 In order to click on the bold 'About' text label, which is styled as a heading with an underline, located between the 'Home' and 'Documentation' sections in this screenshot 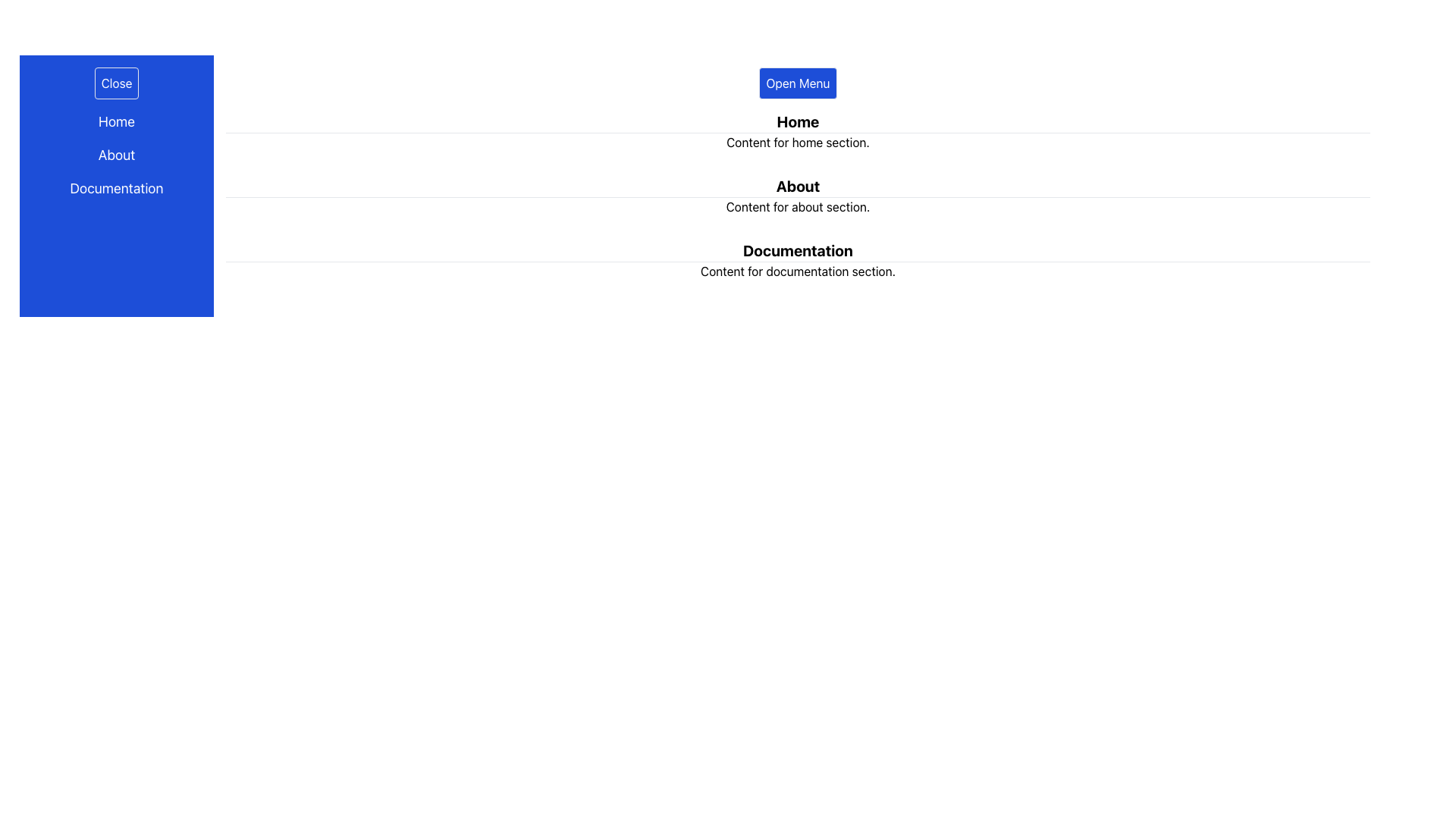, I will do `click(797, 186)`.